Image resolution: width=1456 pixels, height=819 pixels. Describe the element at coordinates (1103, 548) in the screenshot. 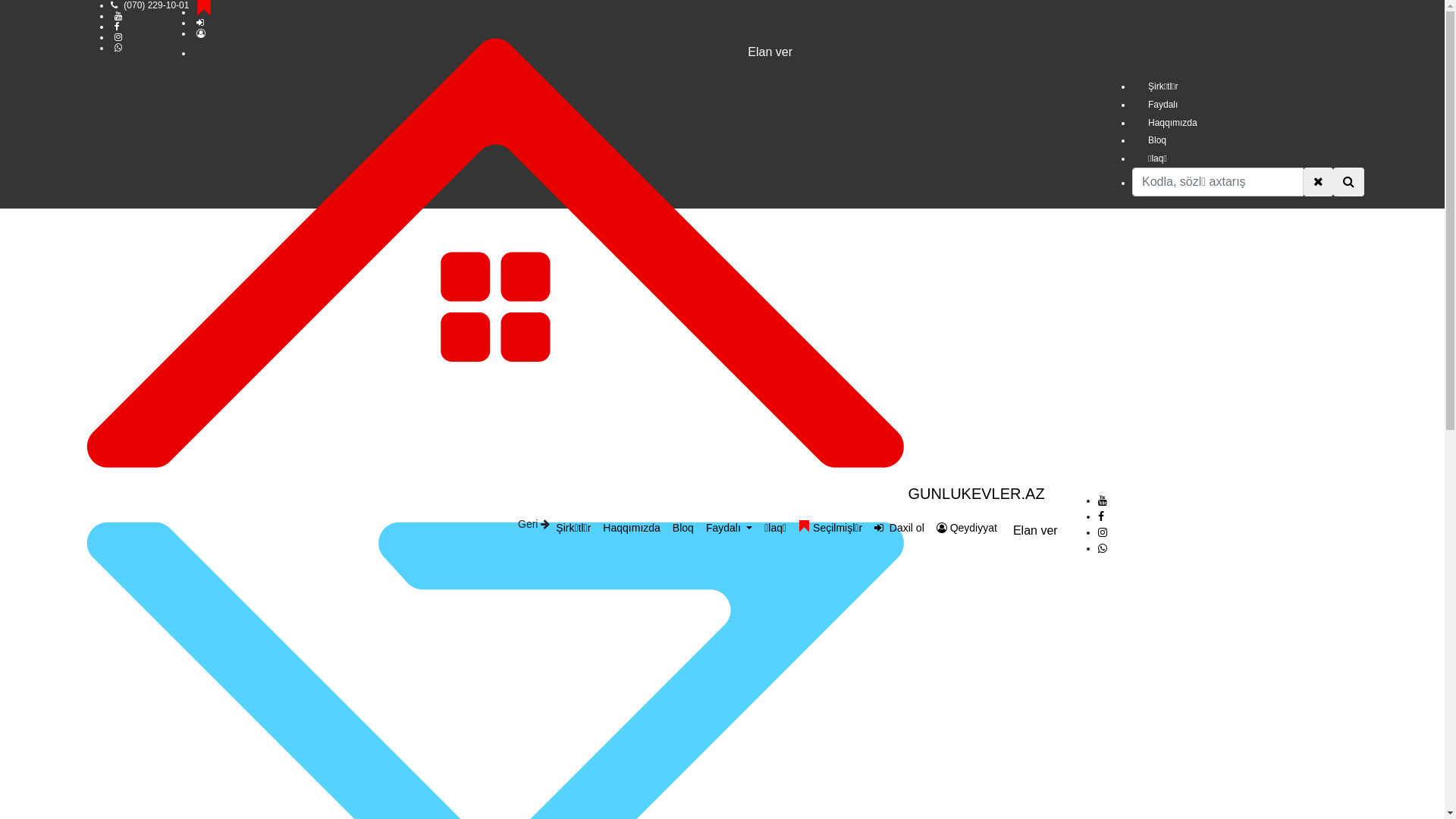

I see `'Whatsapp'` at that location.